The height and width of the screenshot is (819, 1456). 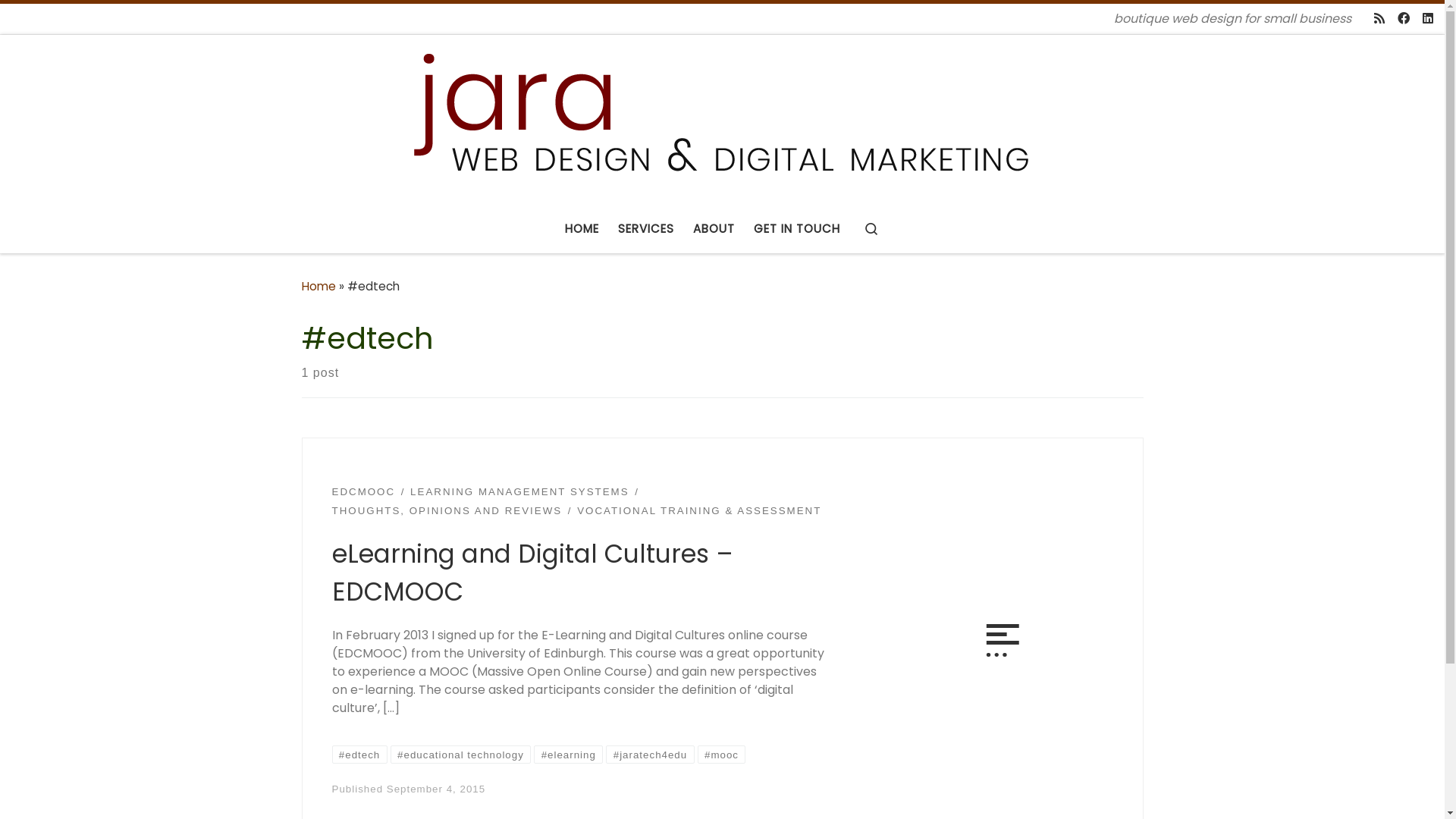 I want to click on 'September 4, 2015', so click(x=386, y=788).